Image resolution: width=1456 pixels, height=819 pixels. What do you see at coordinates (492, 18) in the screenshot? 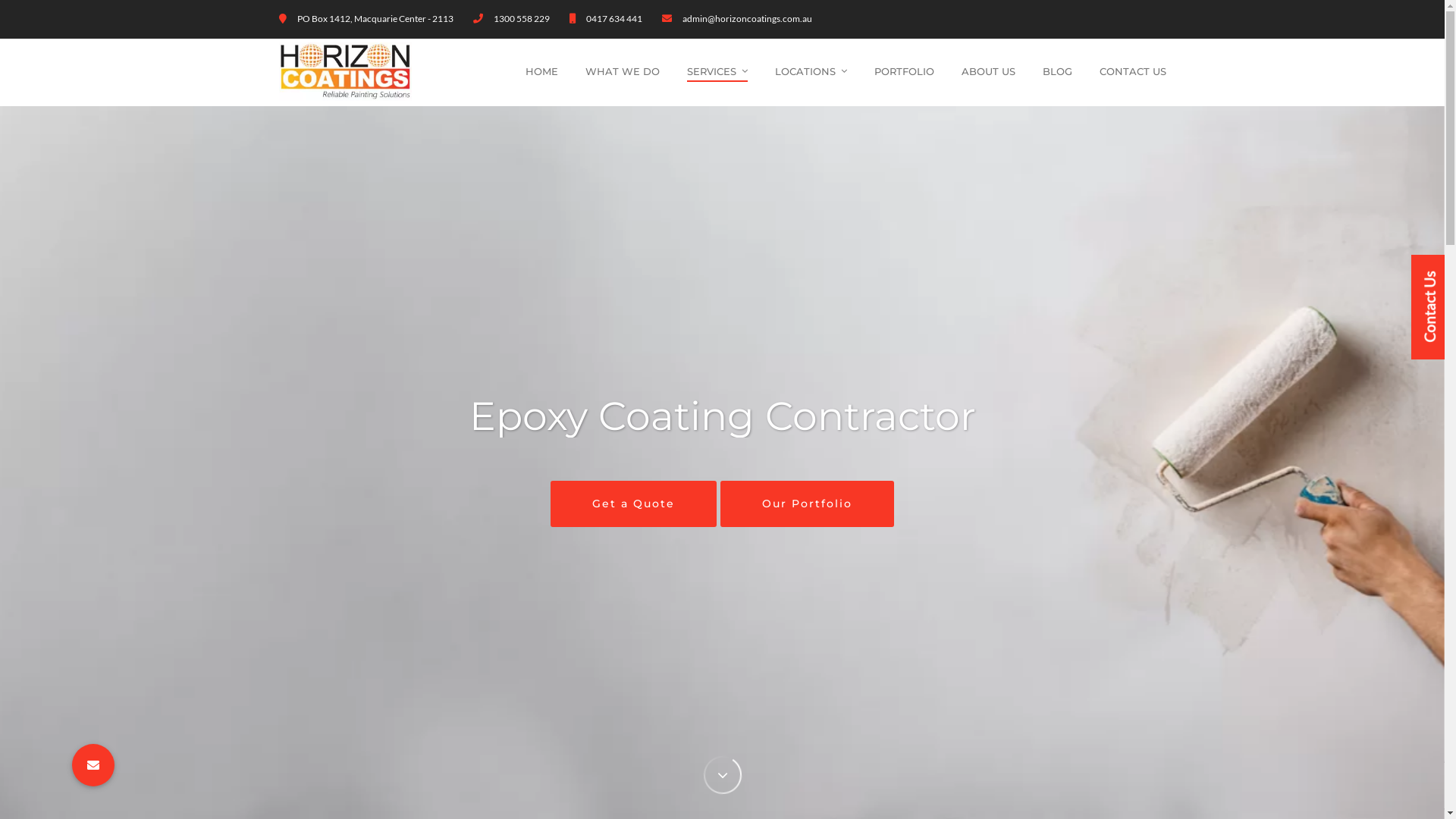
I see `'1300 558 229'` at bounding box center [492, 18].